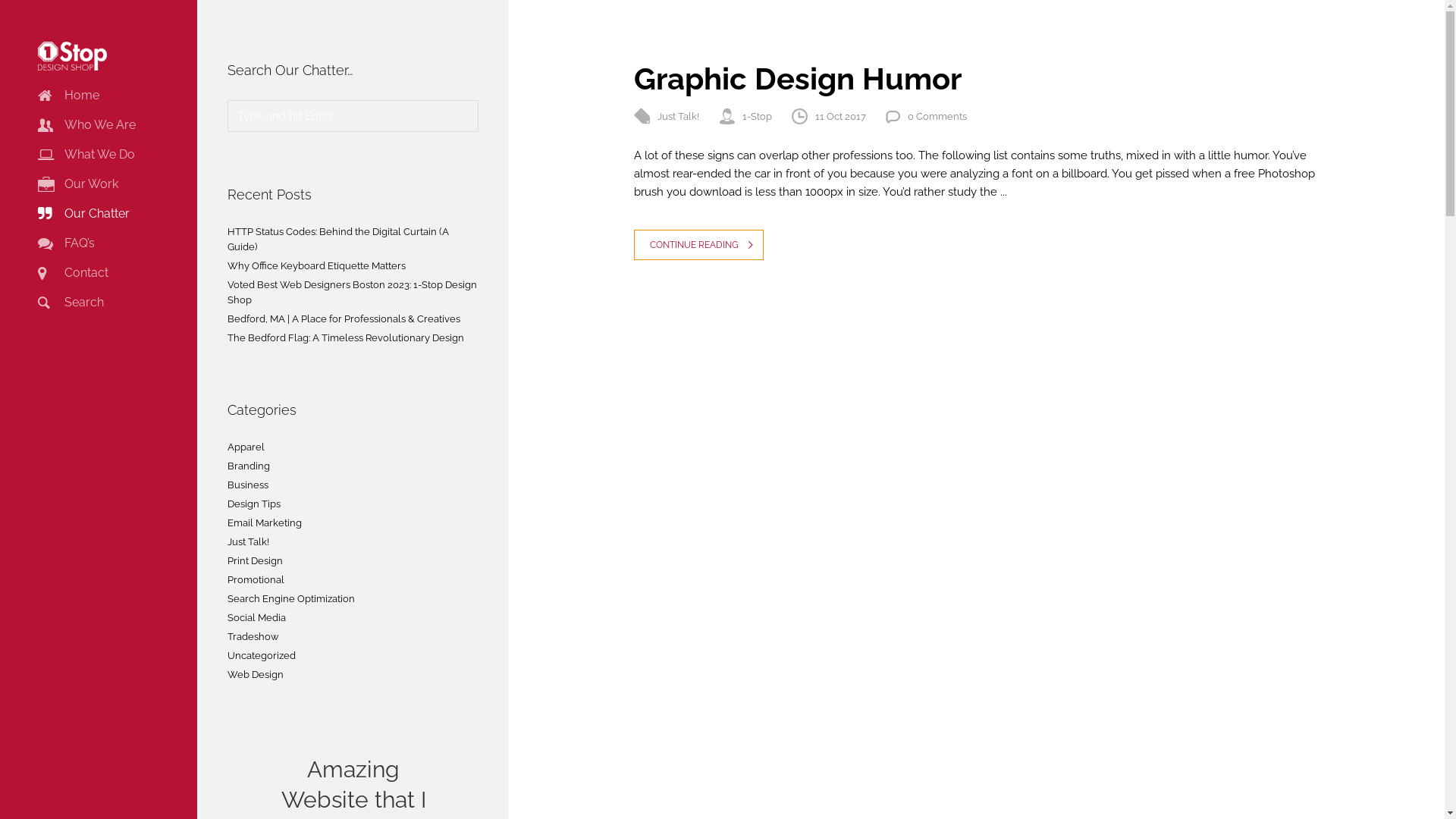  I want to click on 'HTTP Status Codes: Behind the Digital Curtain (A Guide)', so click(337, 239).